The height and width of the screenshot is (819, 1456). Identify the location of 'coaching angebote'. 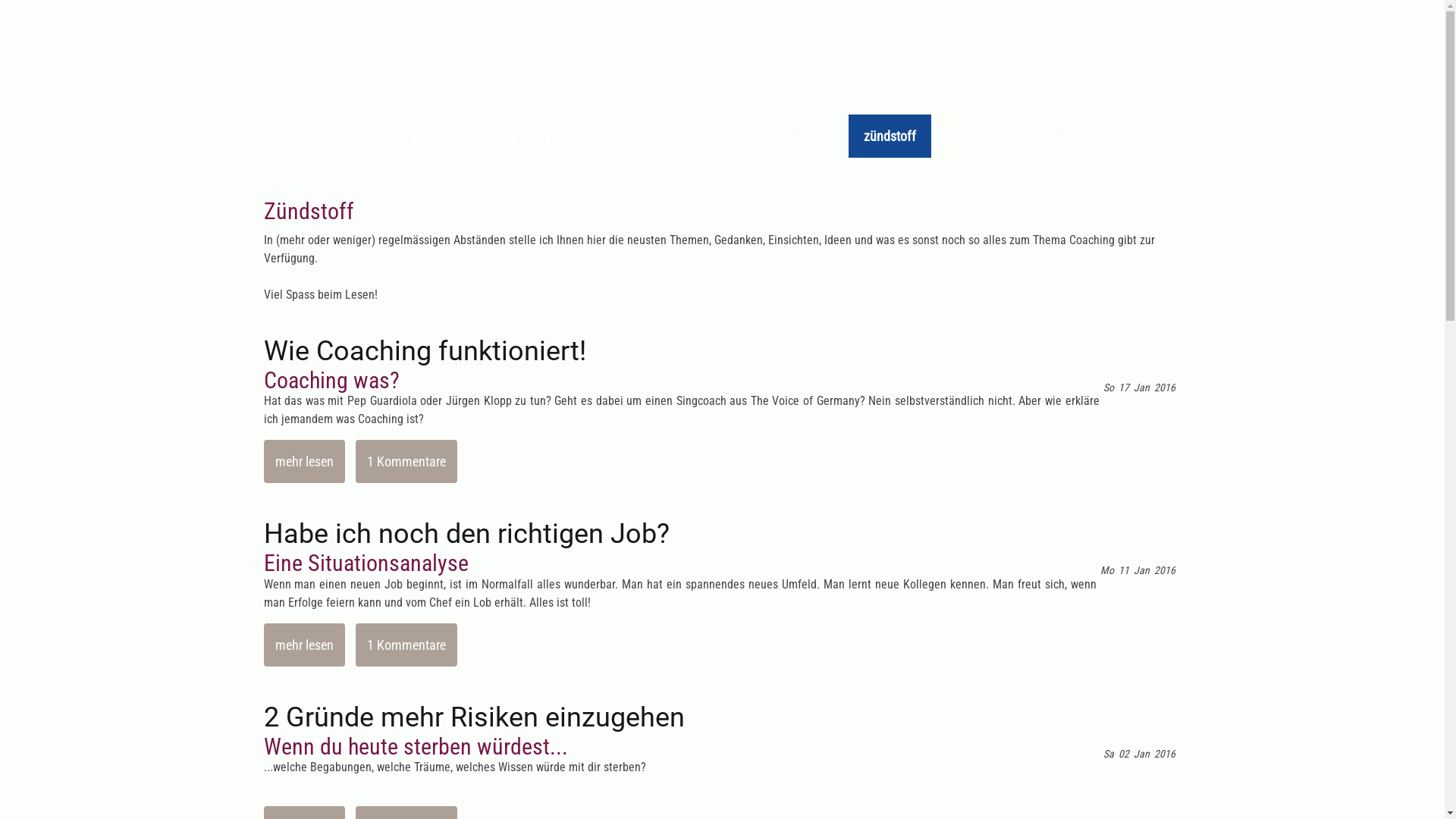
(463, 135).